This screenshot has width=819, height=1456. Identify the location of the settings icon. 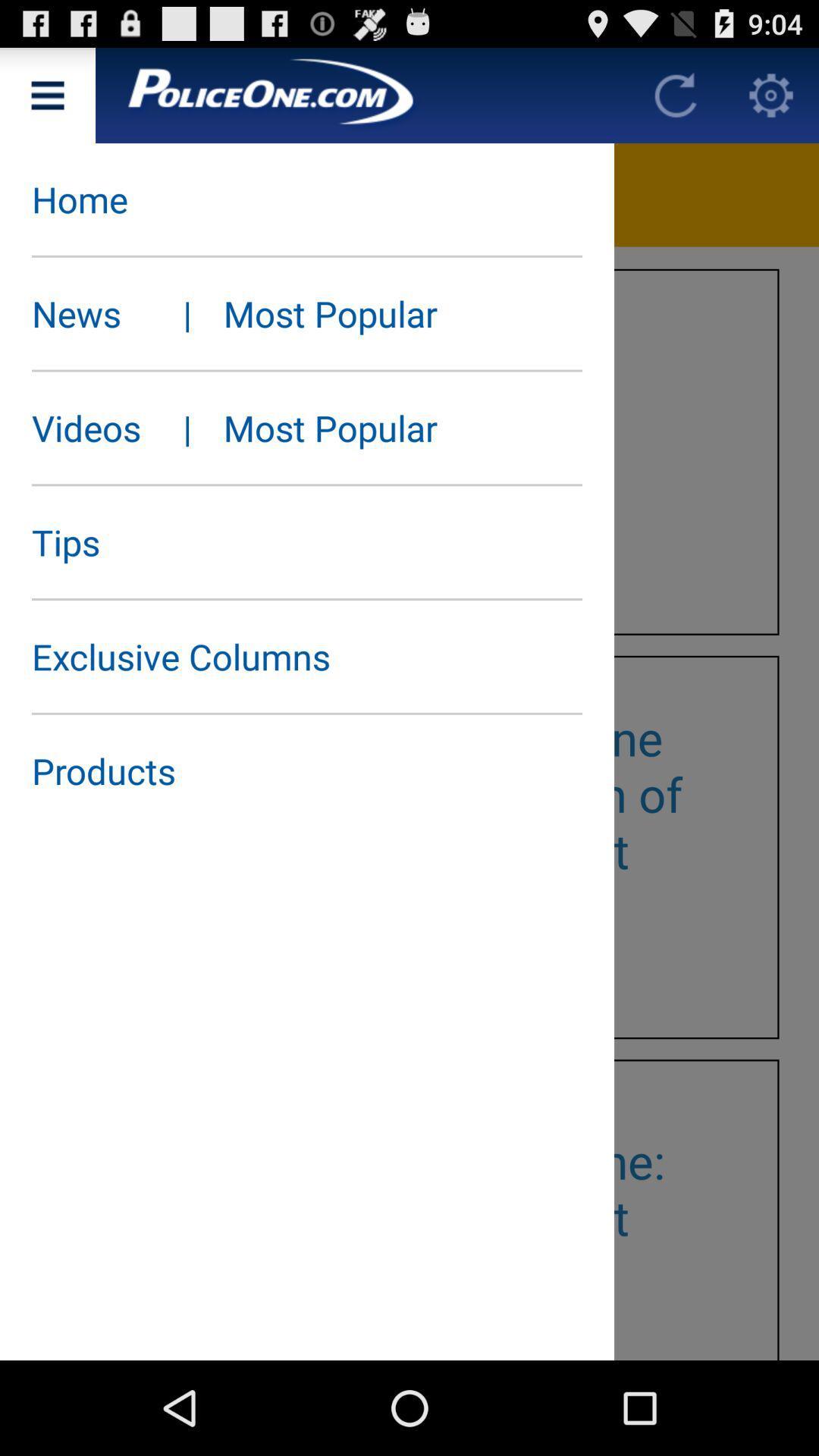
(771, 101).